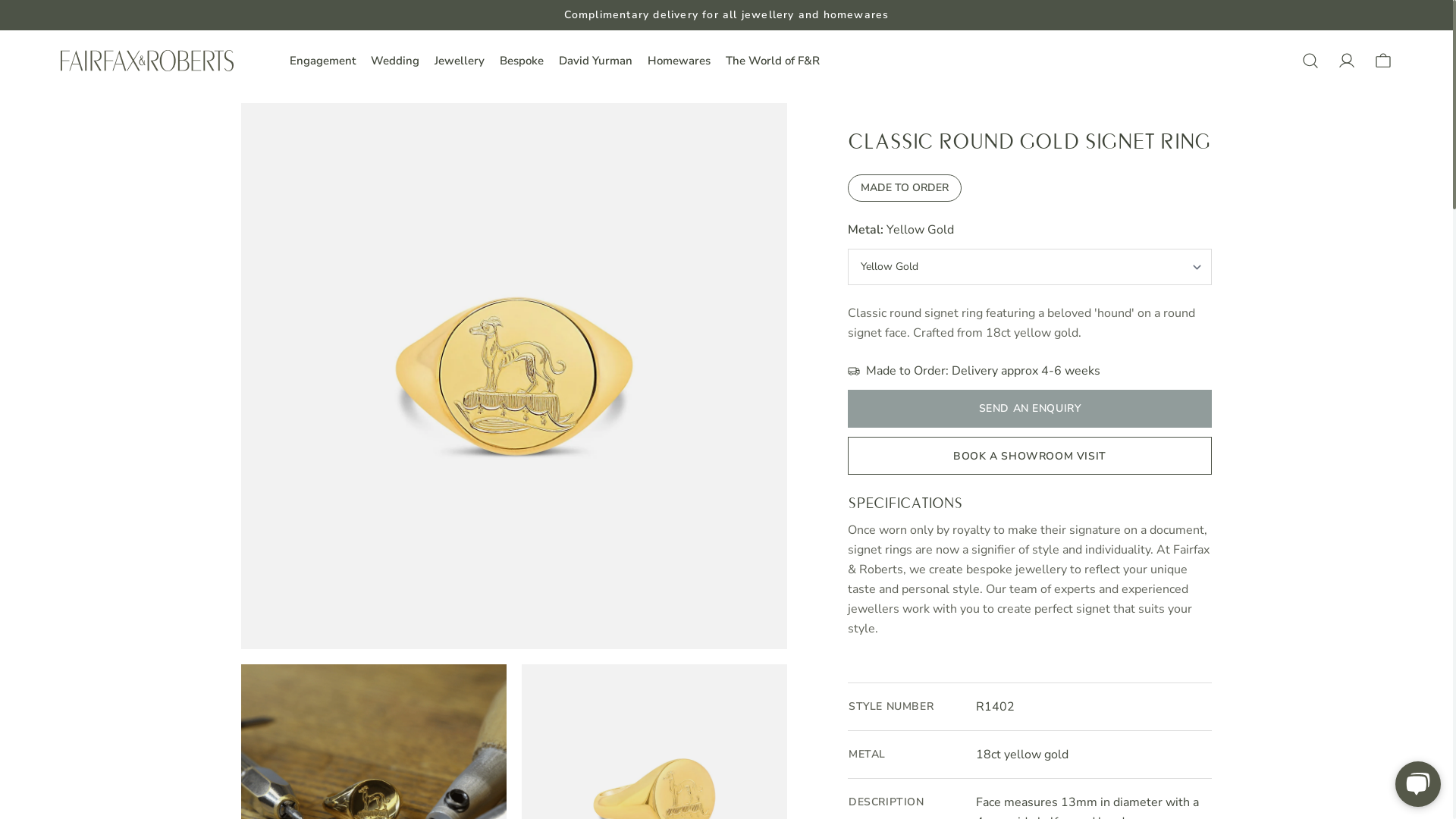 This screenshot has height=819, width=1456. Describe the element at coordinates (1030, 408) in the screenshot. I see `'SEND AN ENQUIRY'` at that location.